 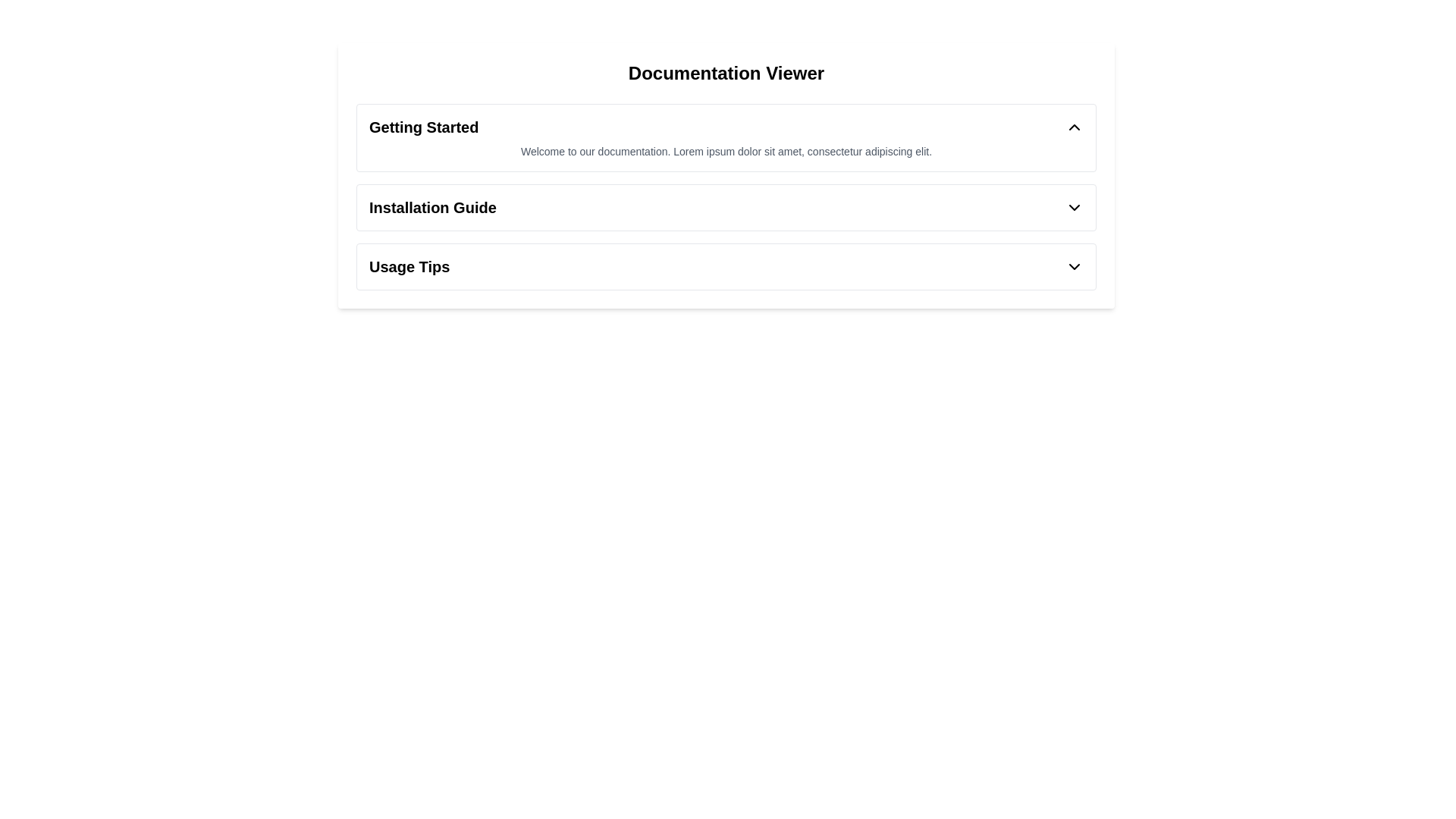 What do you see at coordinates (726, 152) in the screenshot?
I see `the descriptive text block located beneath the 'Getting Started' title in the 'Getting Started' section` at bounding box center [726, 152].